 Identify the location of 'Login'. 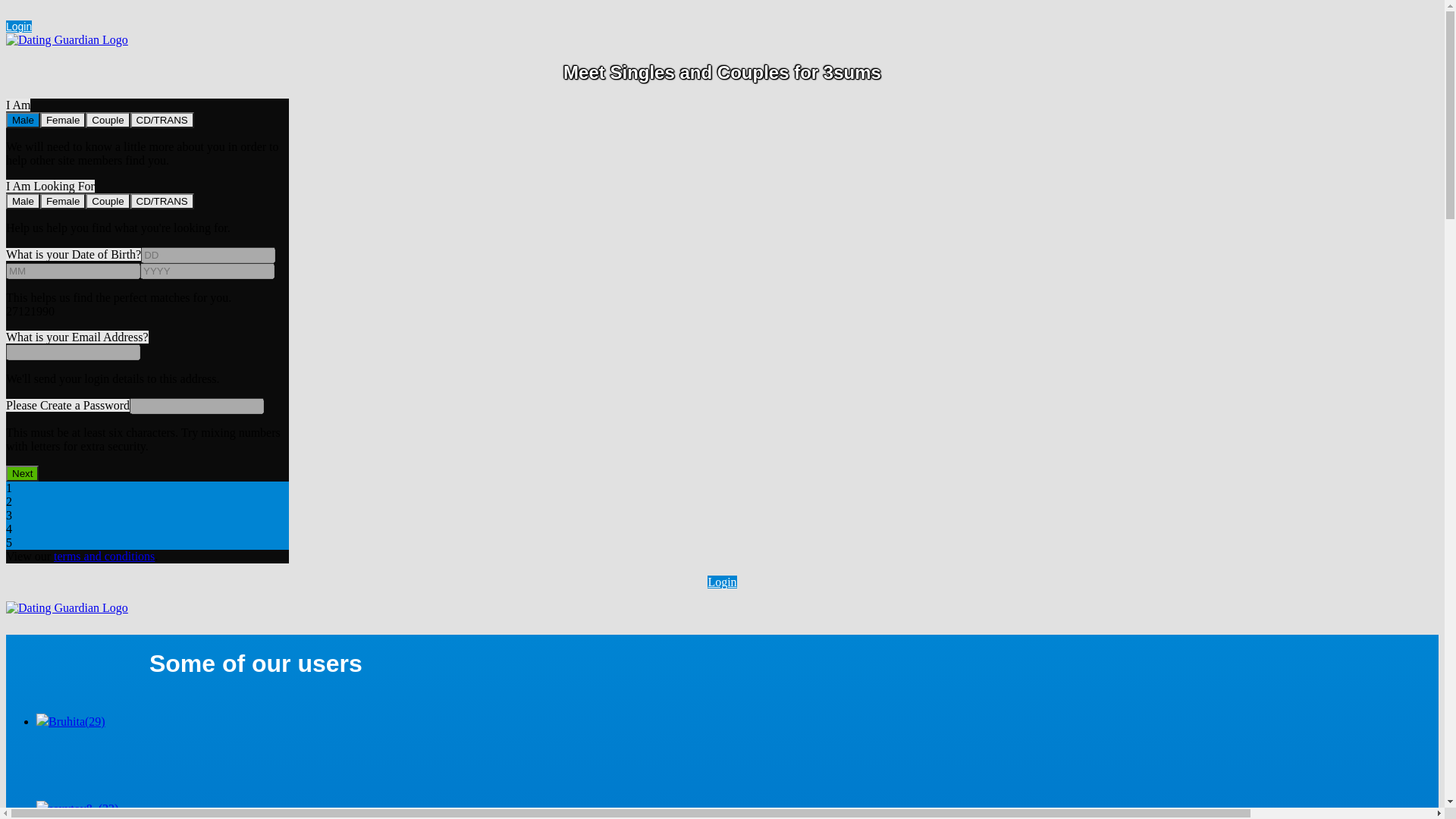
(720, 581).